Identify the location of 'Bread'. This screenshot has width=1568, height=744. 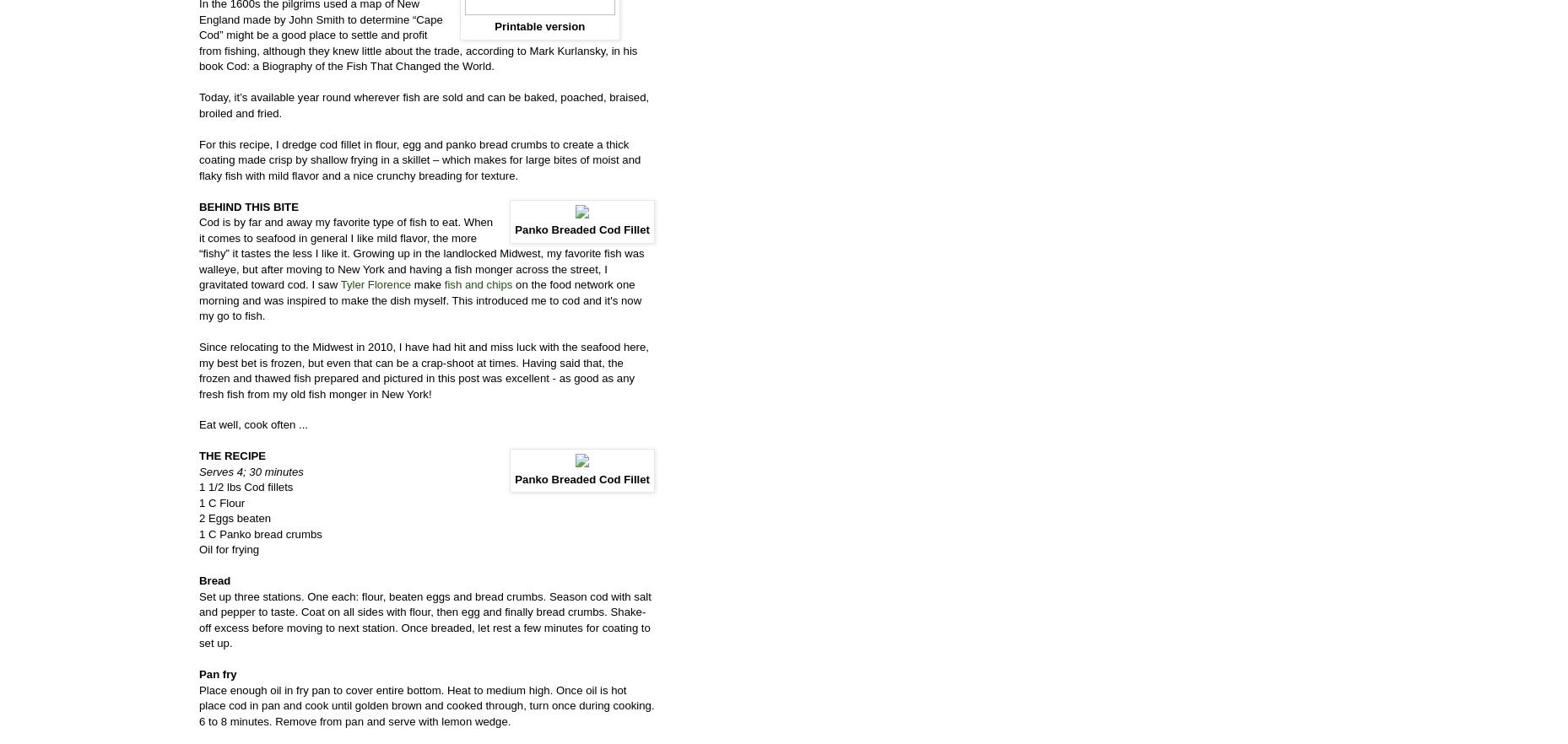
(214, 580).